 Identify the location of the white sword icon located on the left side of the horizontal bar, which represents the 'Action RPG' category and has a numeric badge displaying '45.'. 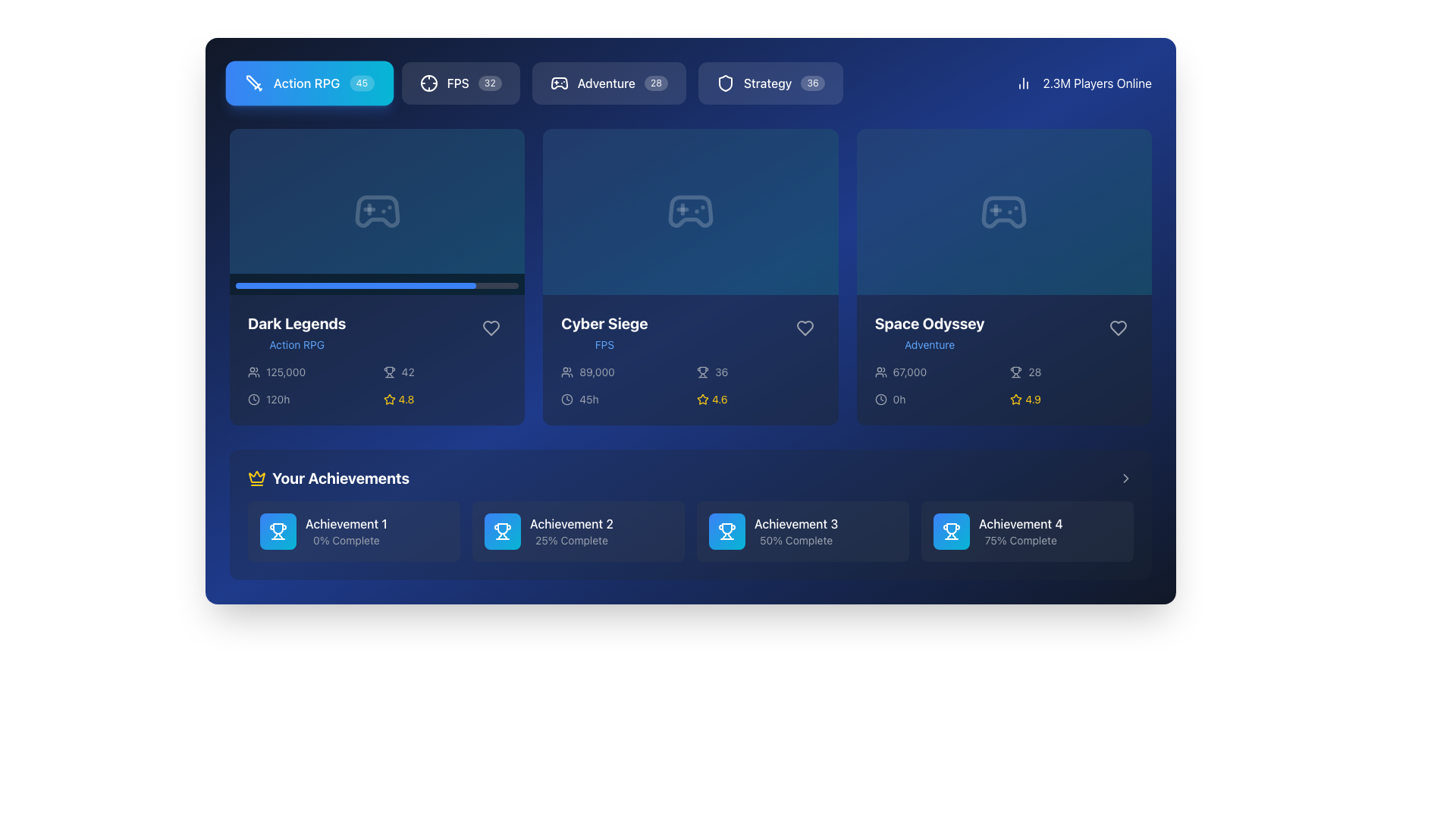
(254, 83).